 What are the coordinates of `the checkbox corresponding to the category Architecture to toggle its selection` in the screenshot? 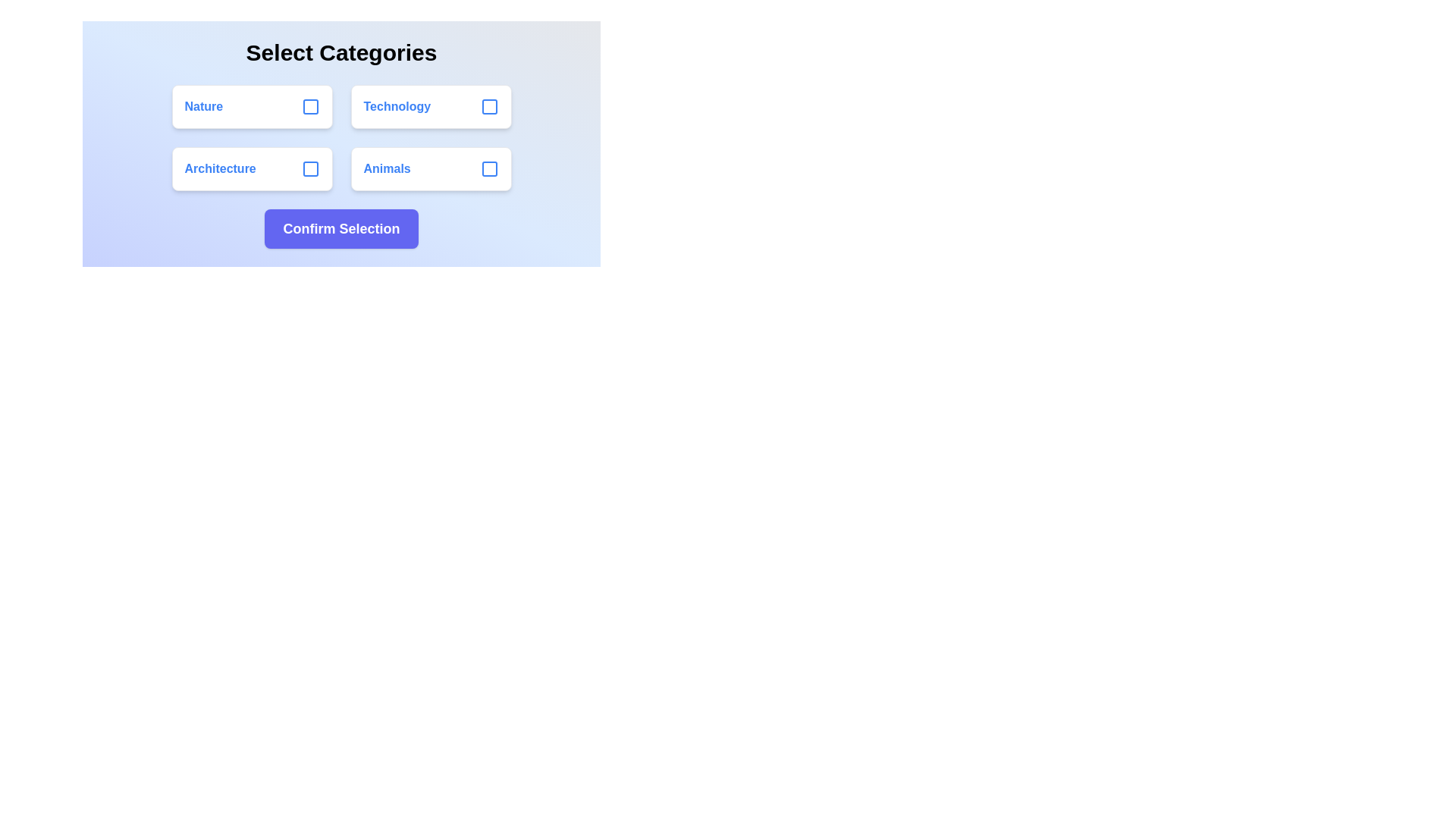 It's located at (309, 169).